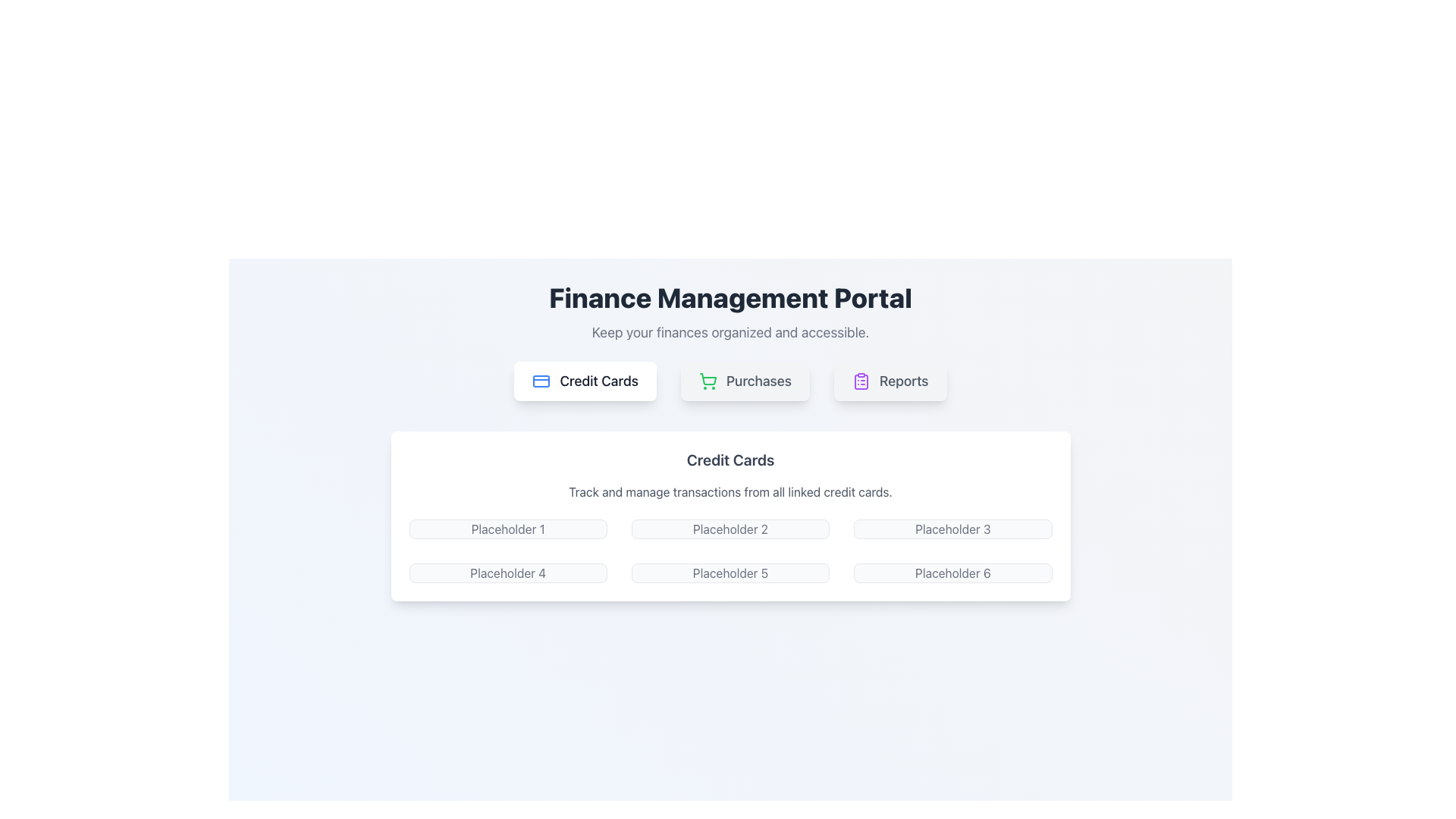 The height and width of the screenshot is (819, 1456). I want to click on the text label displaying 'Placeholder 2', which is styled in gray font and located in the 'Credit Cards' section, between 'Placeholder 1' and 'Placeholder 3', so click(730, 529).